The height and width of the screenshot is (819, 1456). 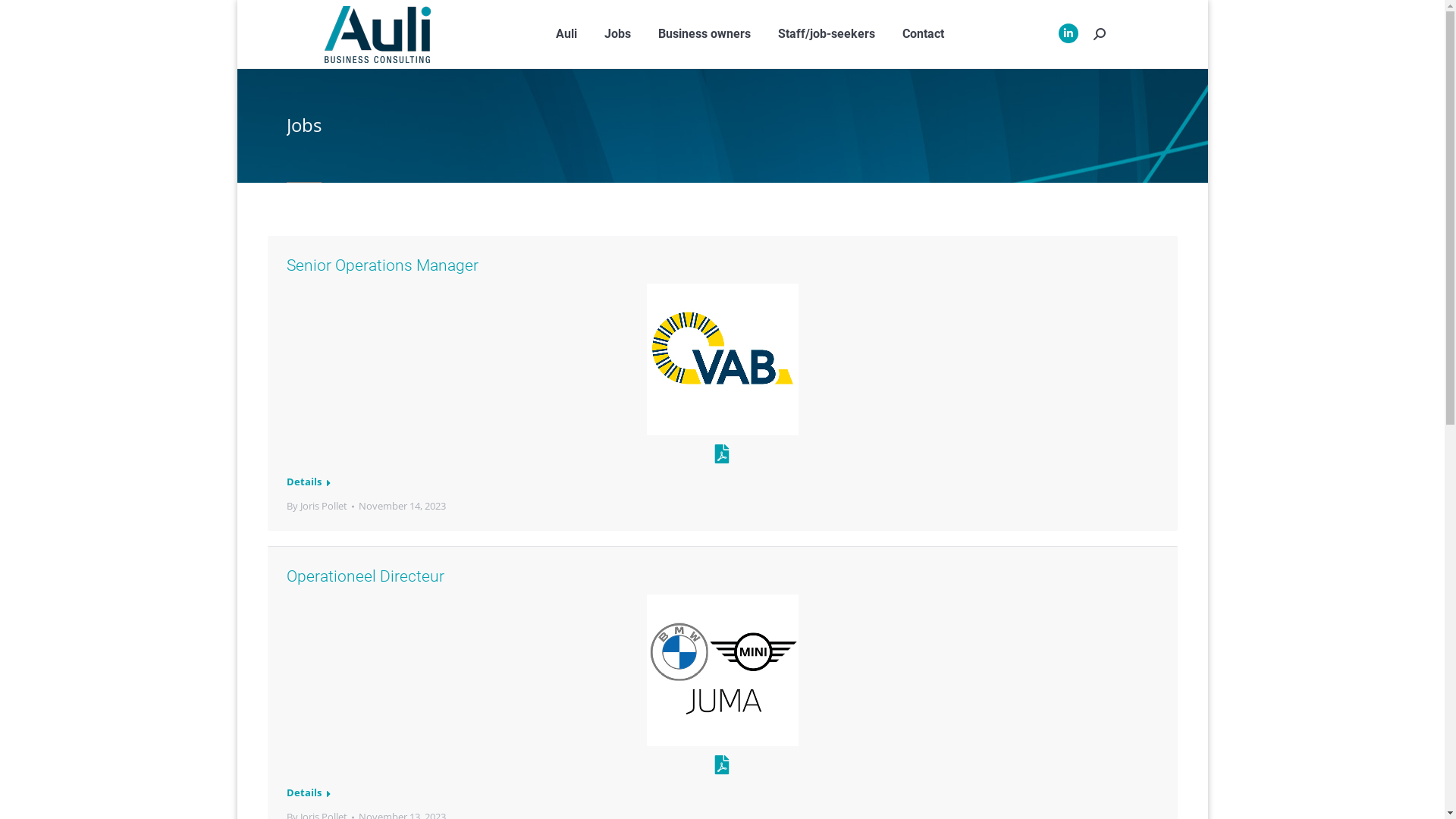 What do you see at coordinates (23, 15) in the screenshot?
I see `'Go!'` at bounding box center [23, 15].